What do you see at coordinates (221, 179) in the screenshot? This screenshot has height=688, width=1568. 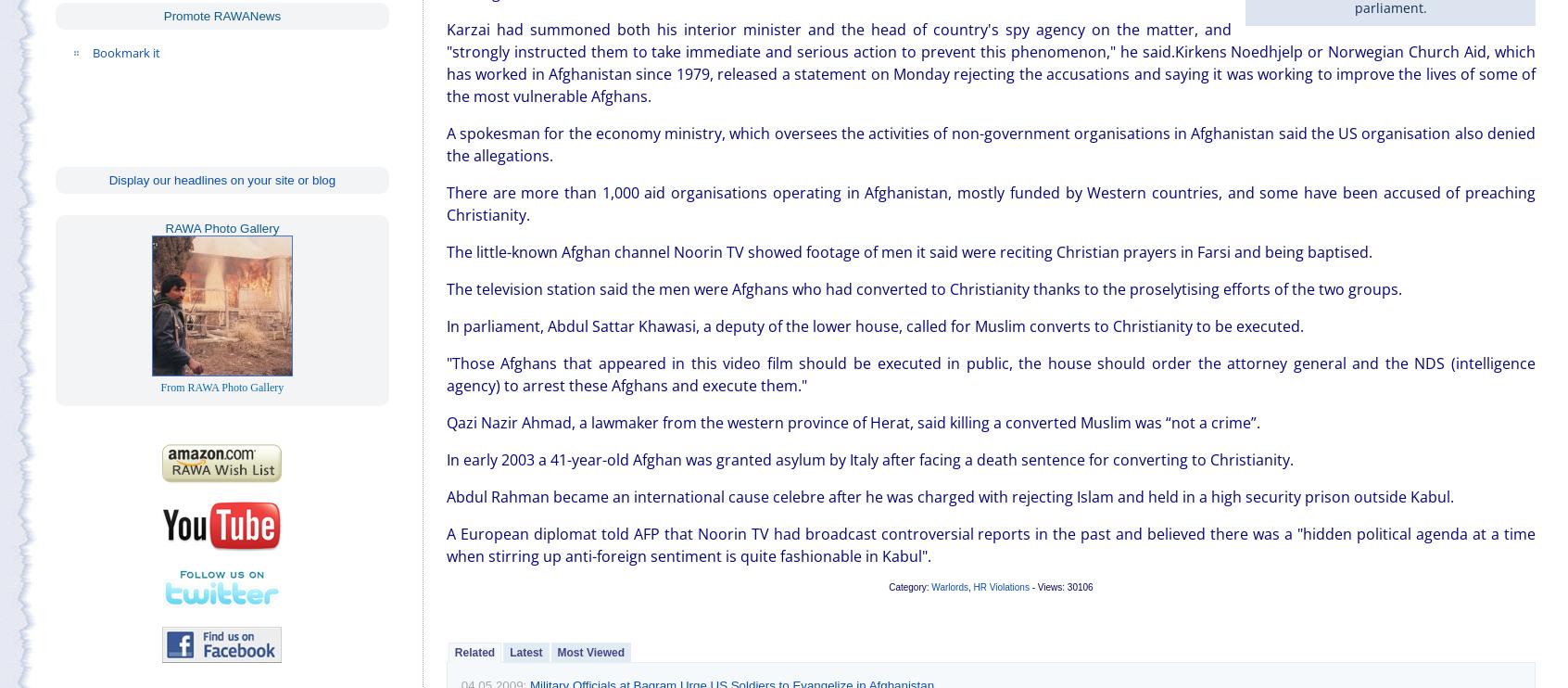 I see `'Display our headlines on your site or blog'` at bounding box center [221, 179].